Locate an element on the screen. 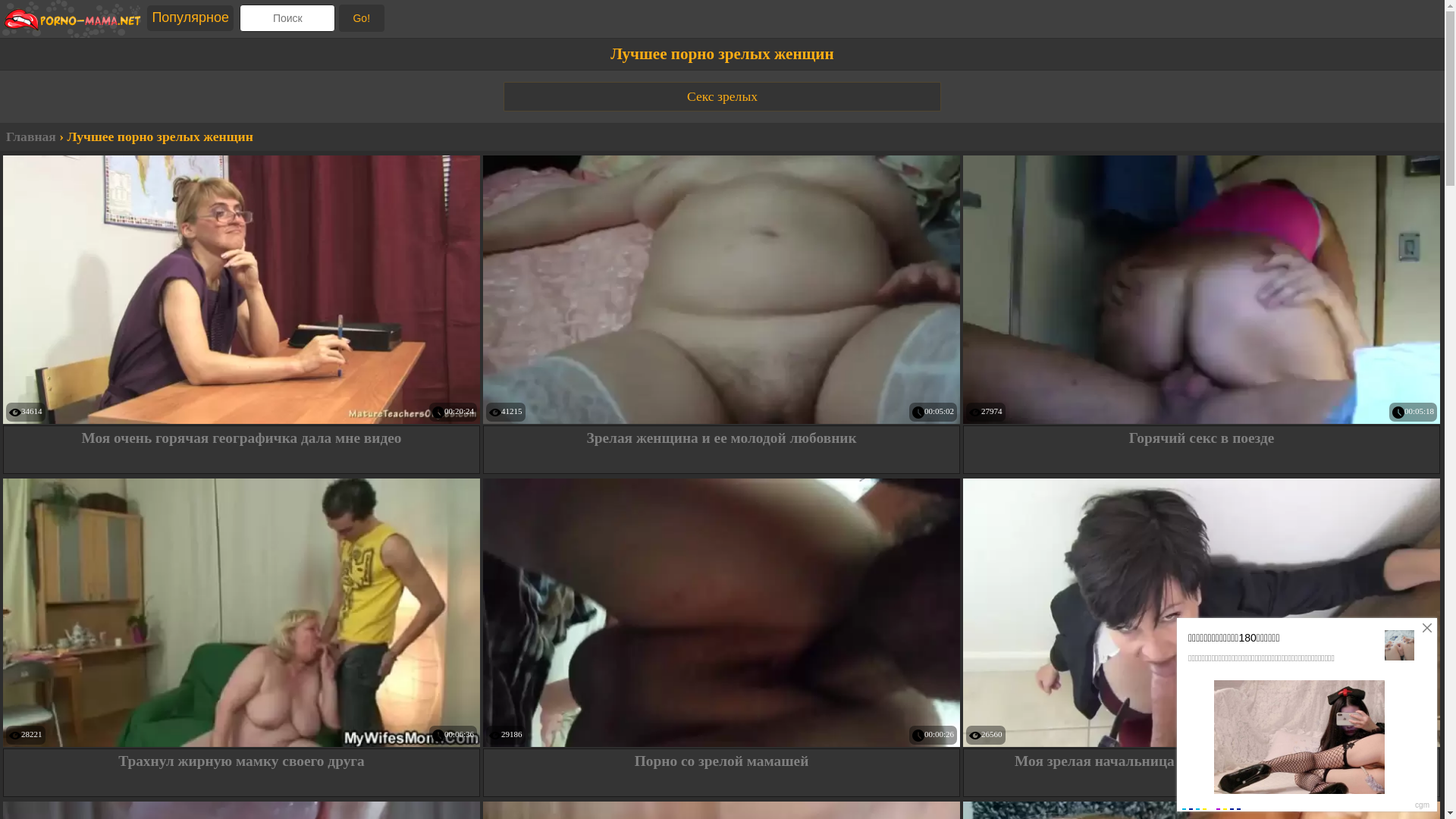 Image resolution: width=1456 pixels, height=819 pixels. 'Go!' is located at coordinates (360, 17).